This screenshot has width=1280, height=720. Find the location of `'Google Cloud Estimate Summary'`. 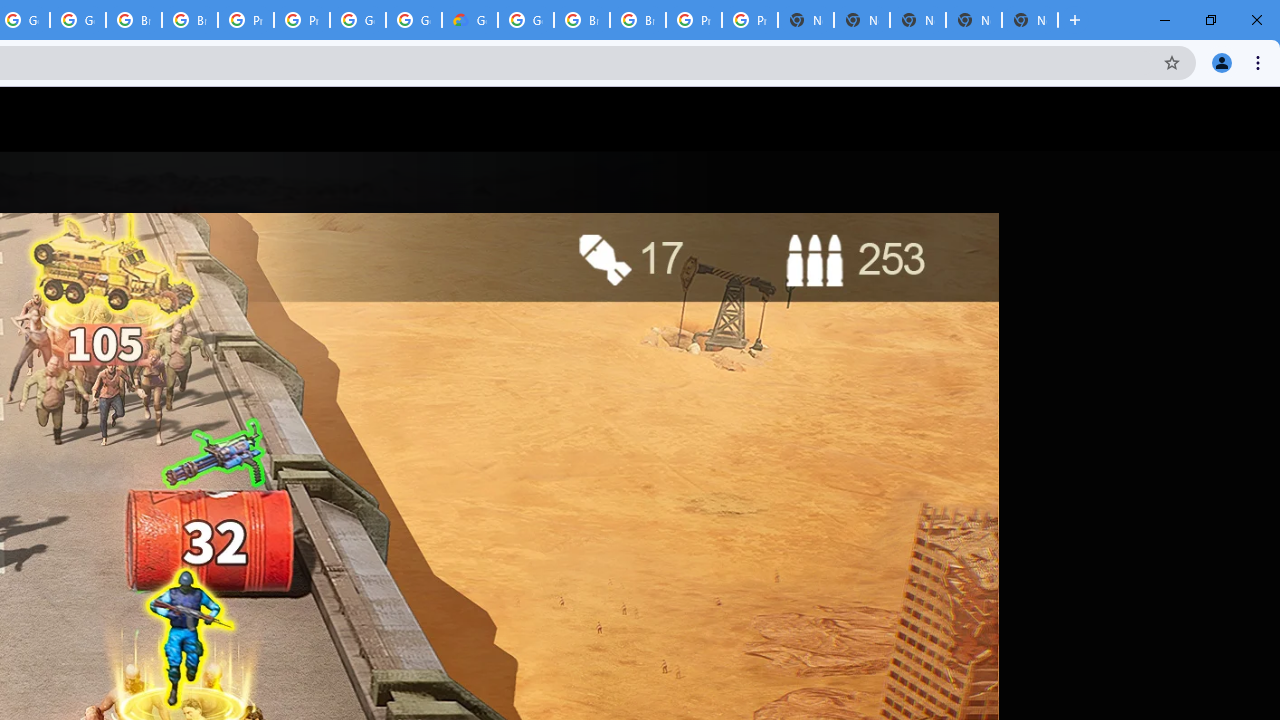

'Google Cloud Estimate Summary' is located at coordinates (468, 20).